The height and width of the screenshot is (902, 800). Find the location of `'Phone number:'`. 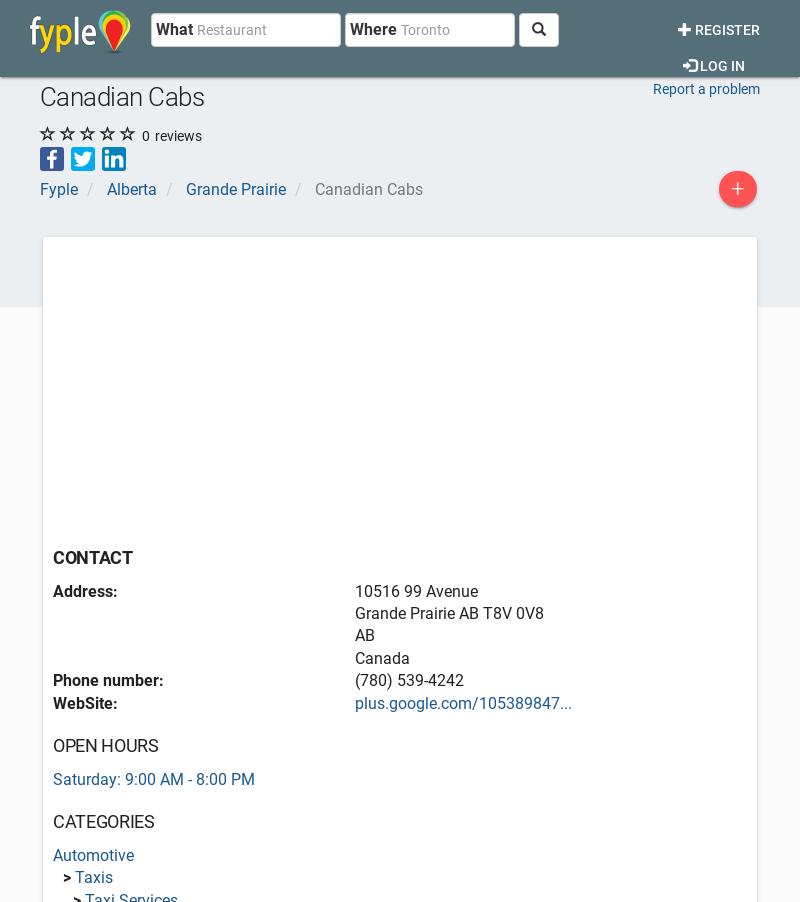

'Phone number:' is located at coordinates (107, 680).